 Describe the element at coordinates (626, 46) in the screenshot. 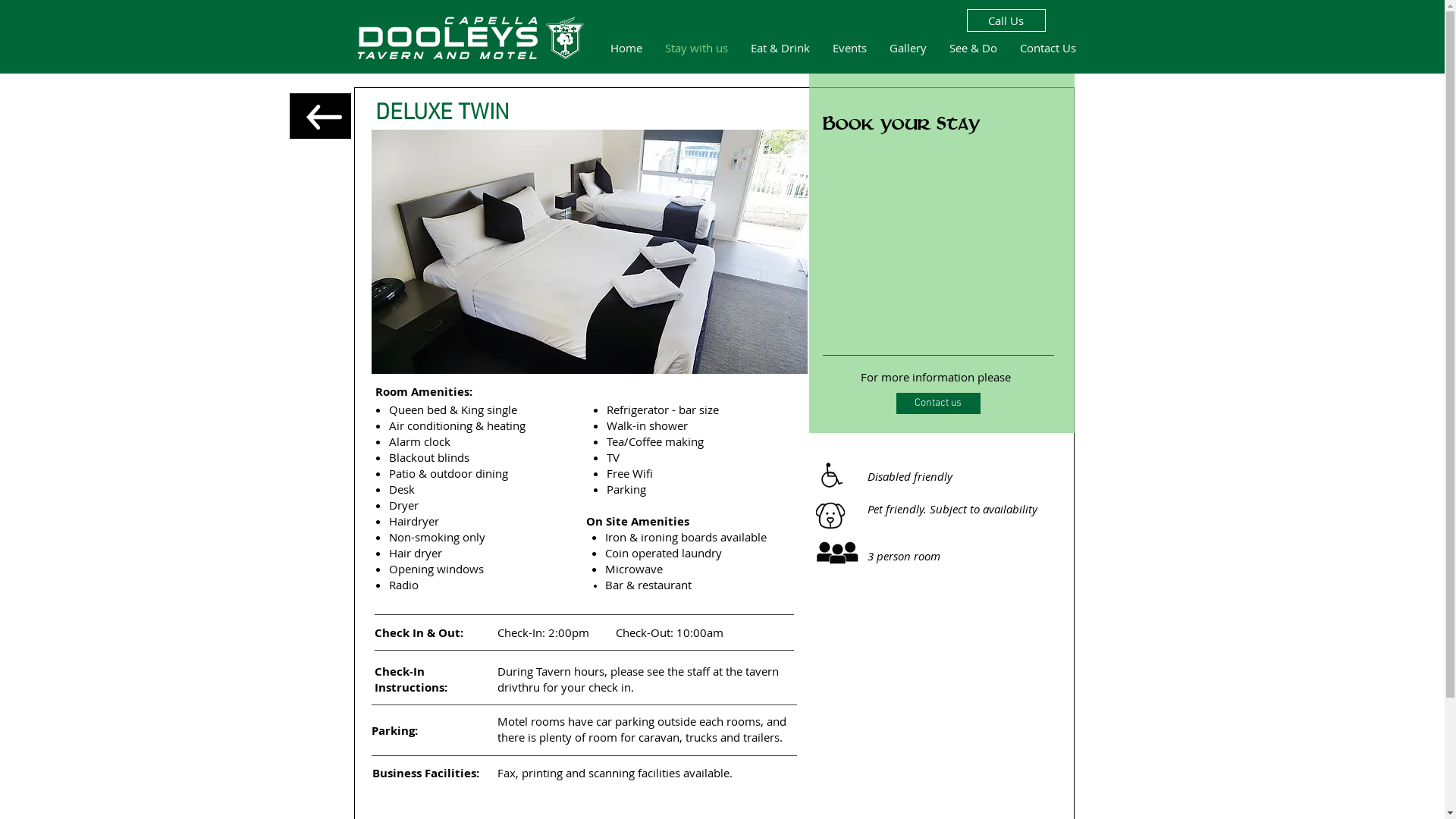

I see `'Home'` at that location.